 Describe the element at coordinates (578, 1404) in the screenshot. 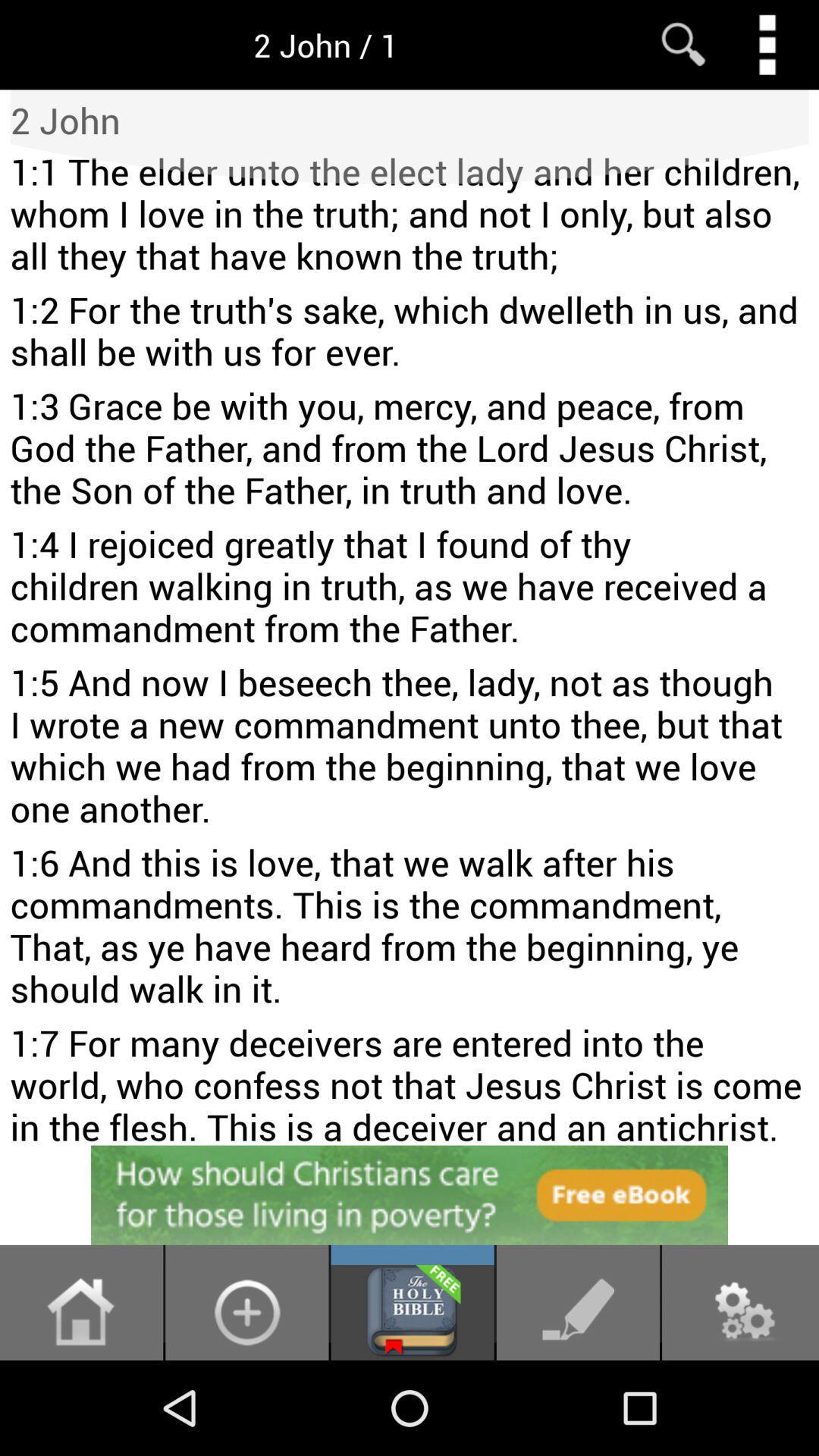

I see `the edit icon` at that location.